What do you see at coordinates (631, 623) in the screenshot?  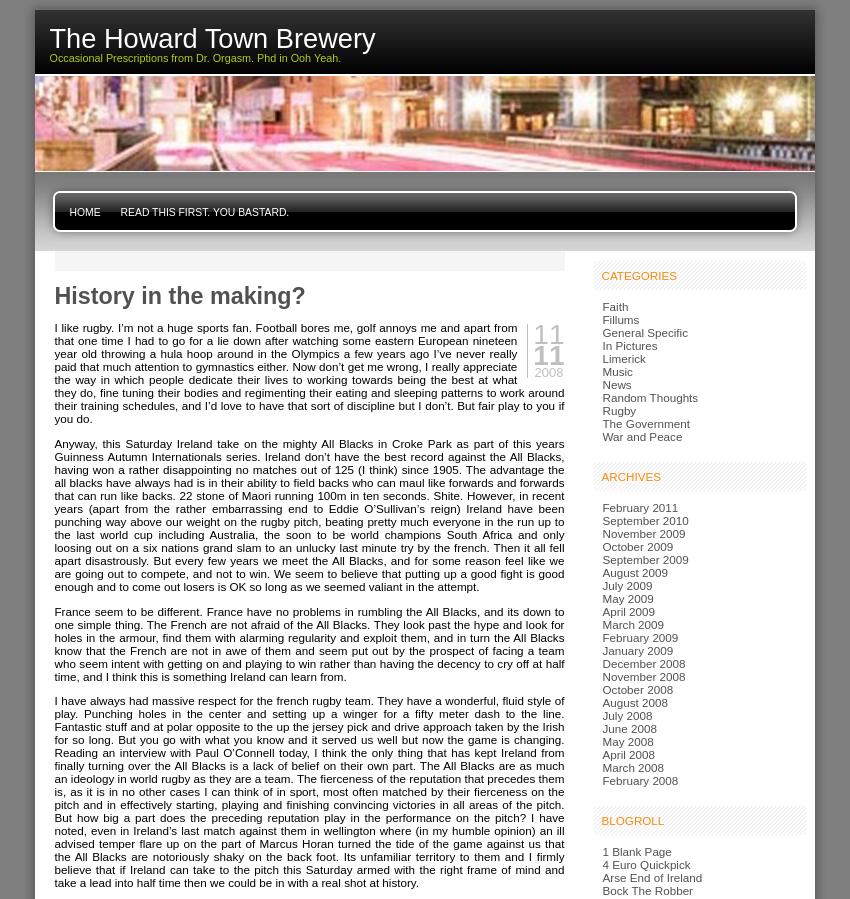 I see `'March 2009'` at bounding box center [631, 623].